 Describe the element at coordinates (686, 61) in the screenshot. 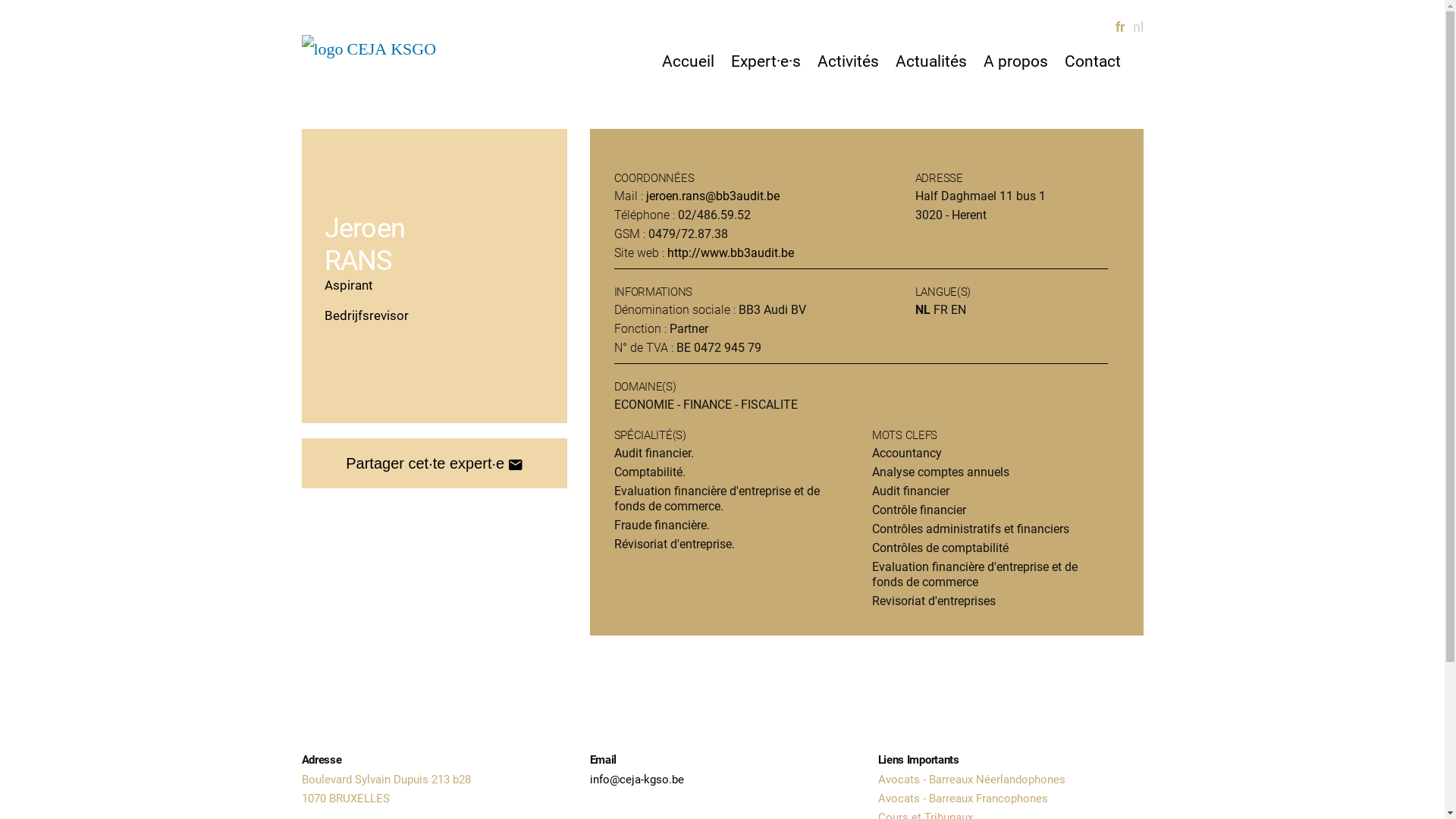

I see `'Accueil'` at that location.